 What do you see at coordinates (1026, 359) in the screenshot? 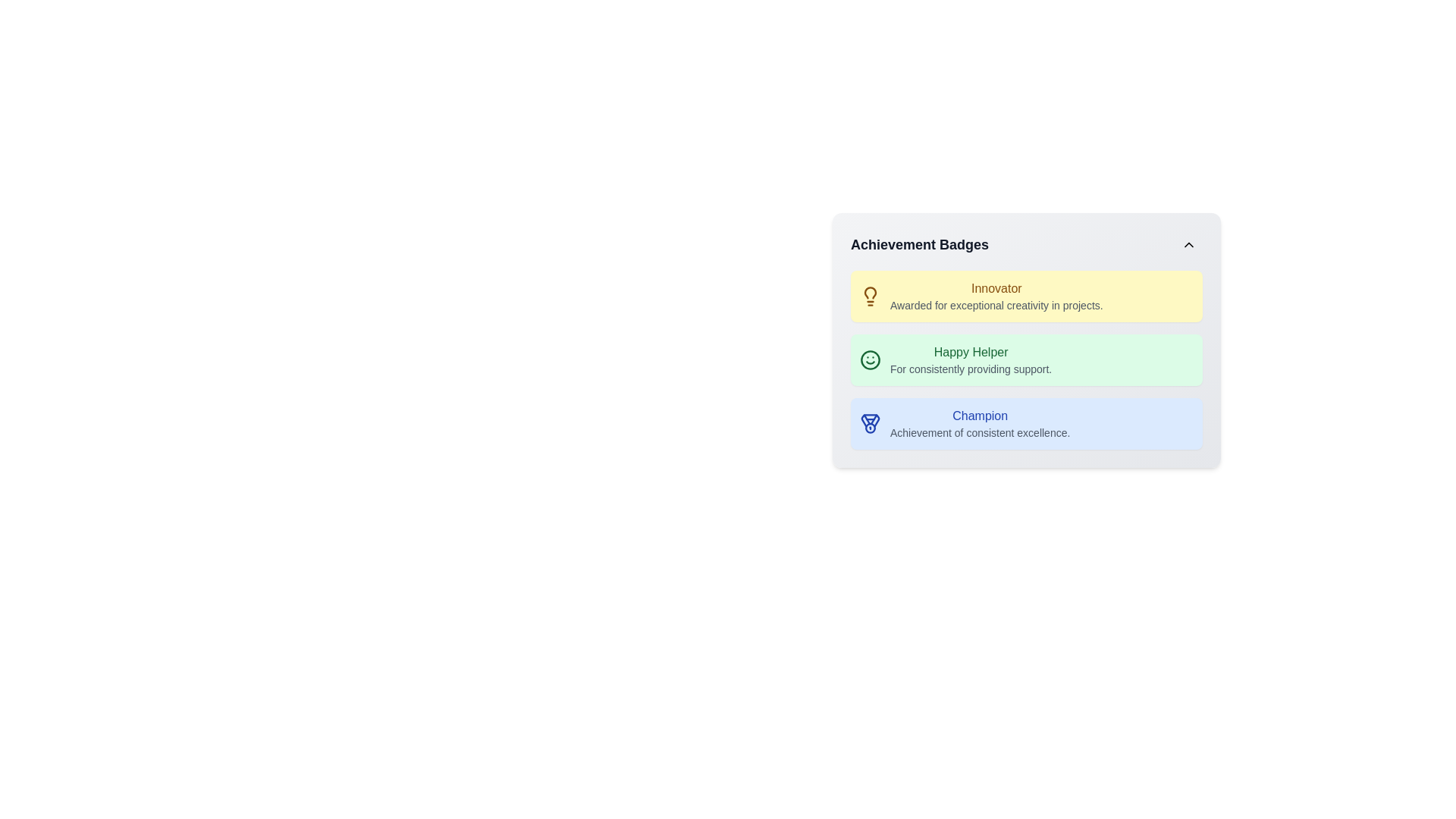
I see `the 'Happy Helper' informational badge, which is the second element in a vertical list of three awards, located centrally between the 'Innovator' and 'Champion' awards` at bounding box center [1026, 359].